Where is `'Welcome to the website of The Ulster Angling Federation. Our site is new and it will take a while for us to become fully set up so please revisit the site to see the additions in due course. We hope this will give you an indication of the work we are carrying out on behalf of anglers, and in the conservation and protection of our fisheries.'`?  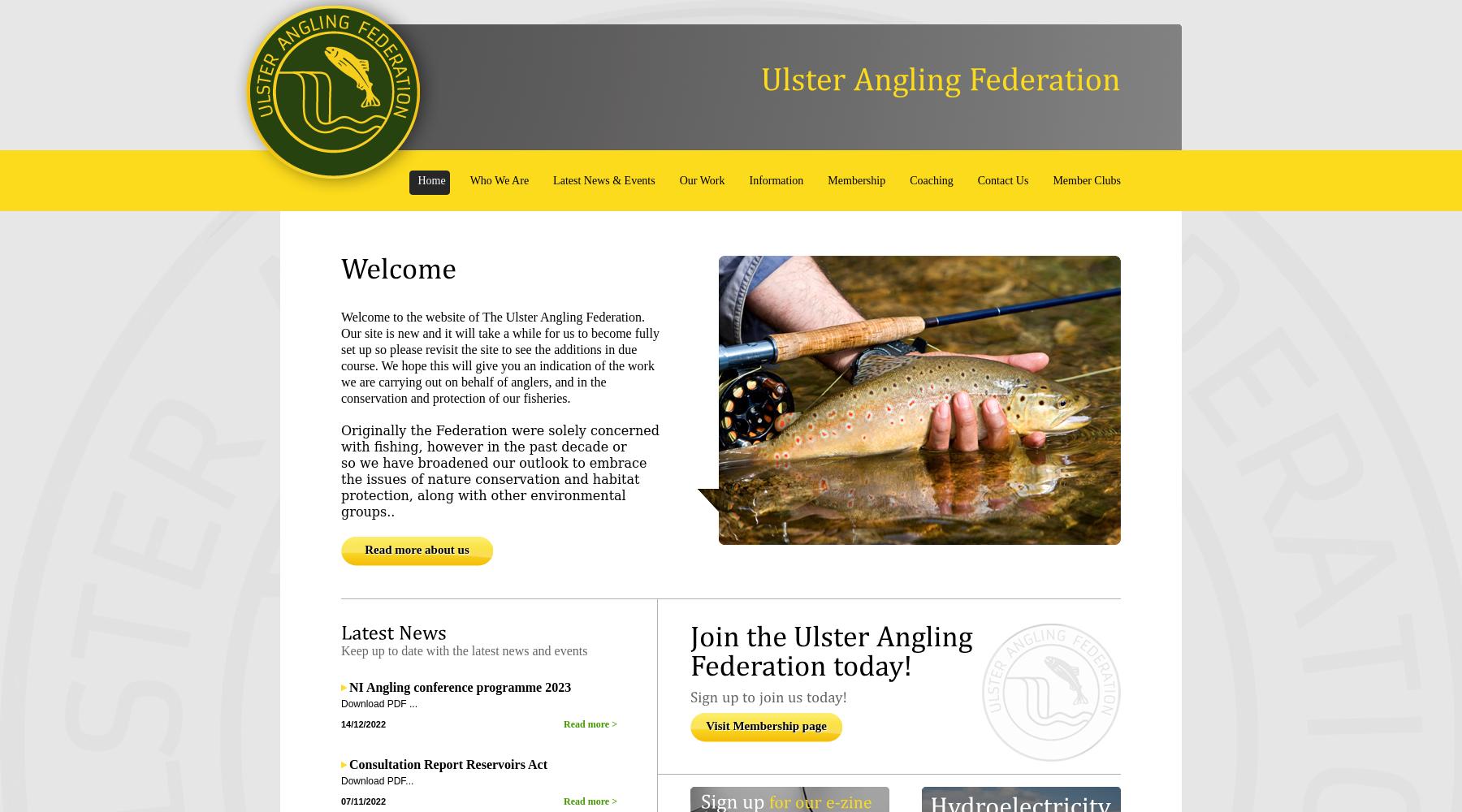 'Welcome to the website of The Ulster Angling Federation. Our site is new and it will take a while for us to become fully set up so please revisit the site to see the additions in due course. We hope this will give you an indication of the work we are carrying out on behalf of anglers, and in the conservation and protection of our fisheries.' is located at coordinates (500, 356).